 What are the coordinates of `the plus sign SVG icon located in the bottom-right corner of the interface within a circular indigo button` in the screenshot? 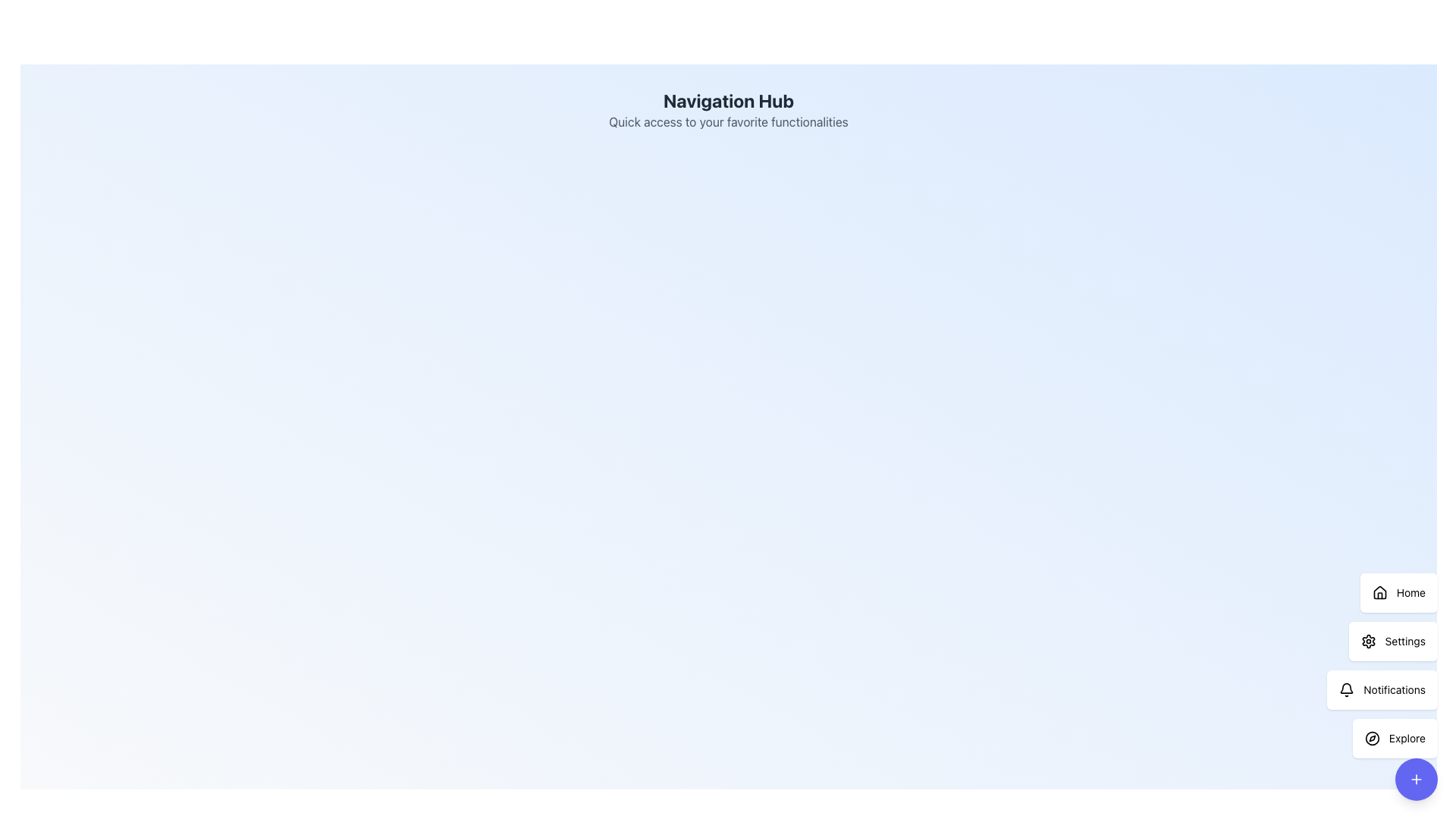 It's located at (1415, 780).